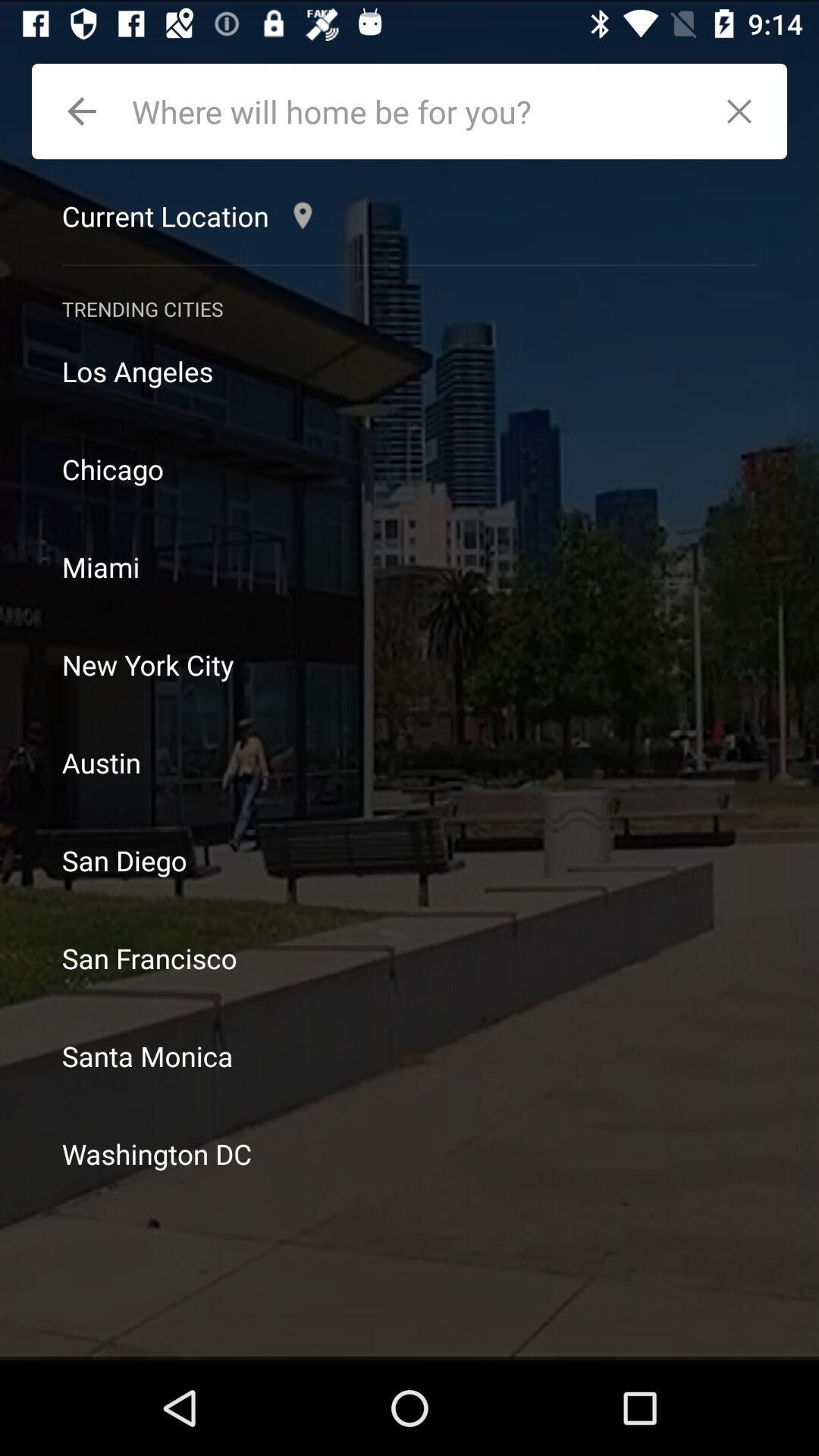 This screenshot has width=819, height=1456. Describe the element at coordinates (409, 762) in the screenshot. I see `item above the san diego item` at that location.